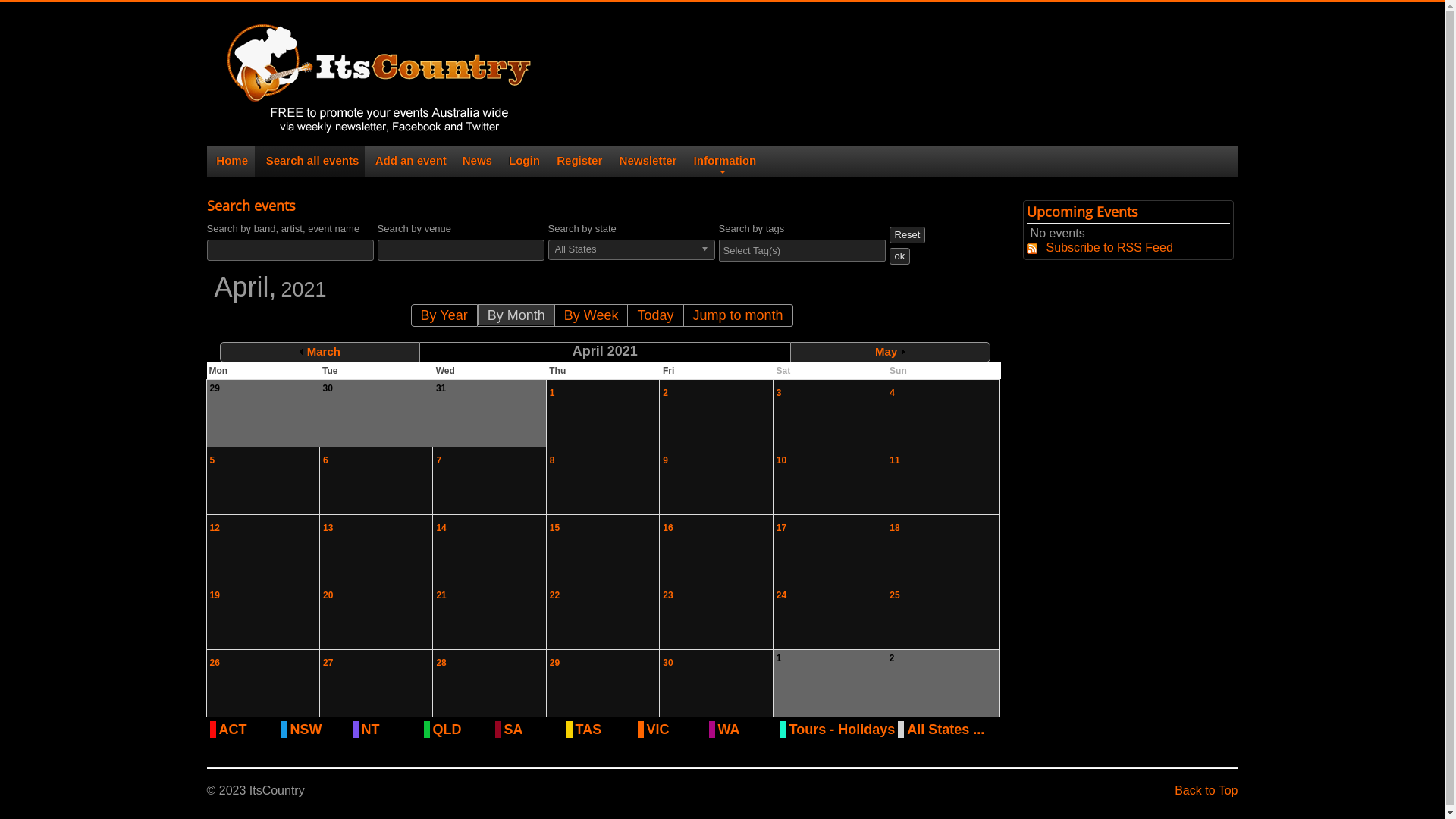  I want to click on 'Newsletter', so click(646, 161).